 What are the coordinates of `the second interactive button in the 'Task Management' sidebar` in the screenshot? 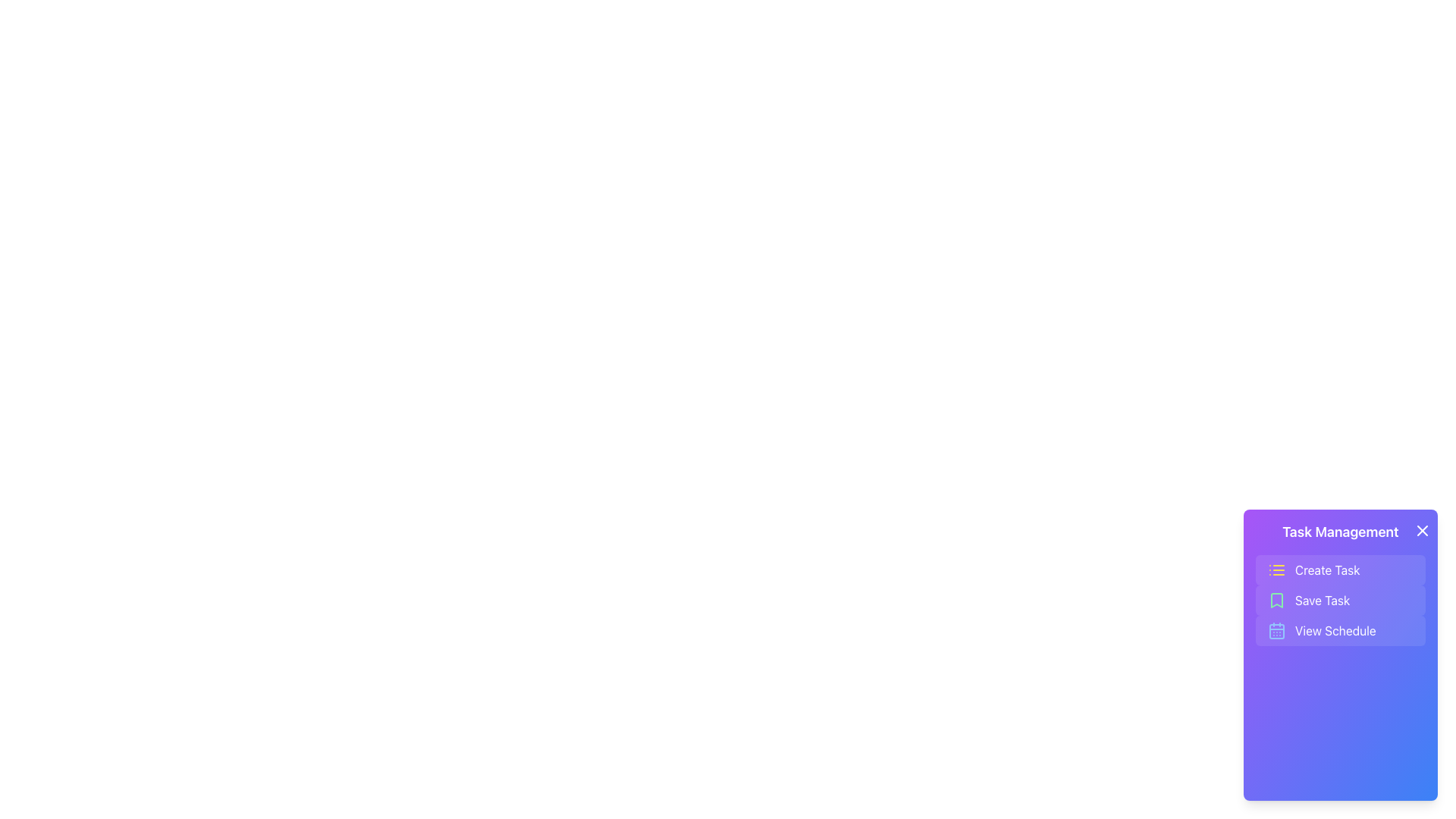 It's located at (1340, 599).